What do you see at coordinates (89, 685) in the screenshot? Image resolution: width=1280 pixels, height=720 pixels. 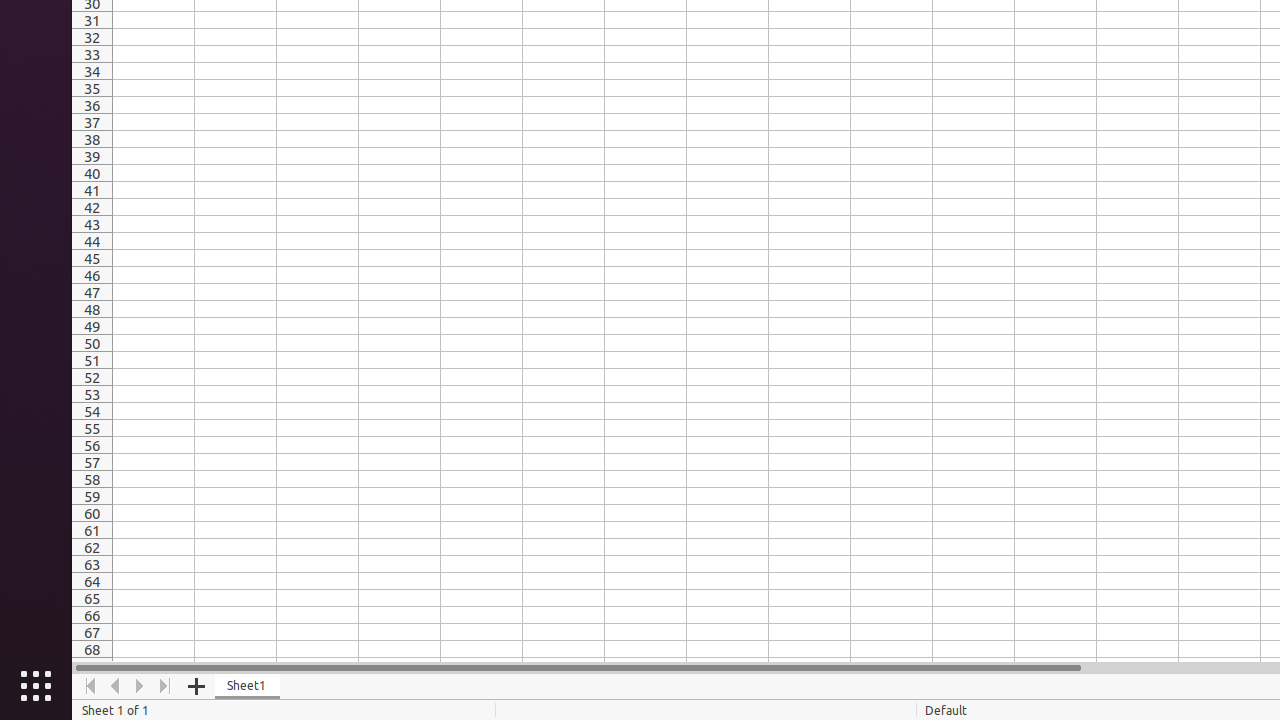 I see `'Move To Home'` at bounding box center [89, 685].